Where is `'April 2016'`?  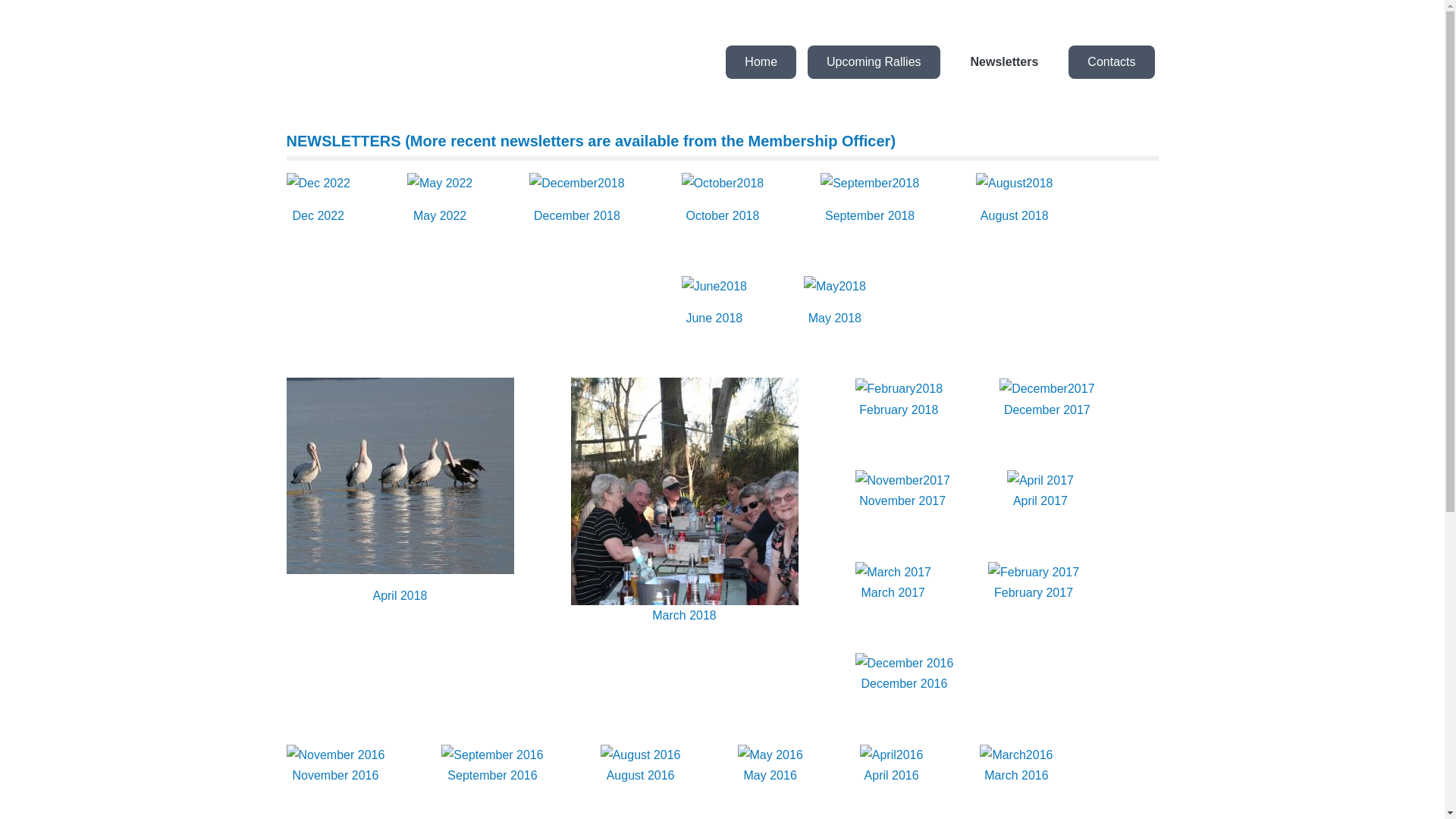
'April 2016' is located at coordinates (864, 775).